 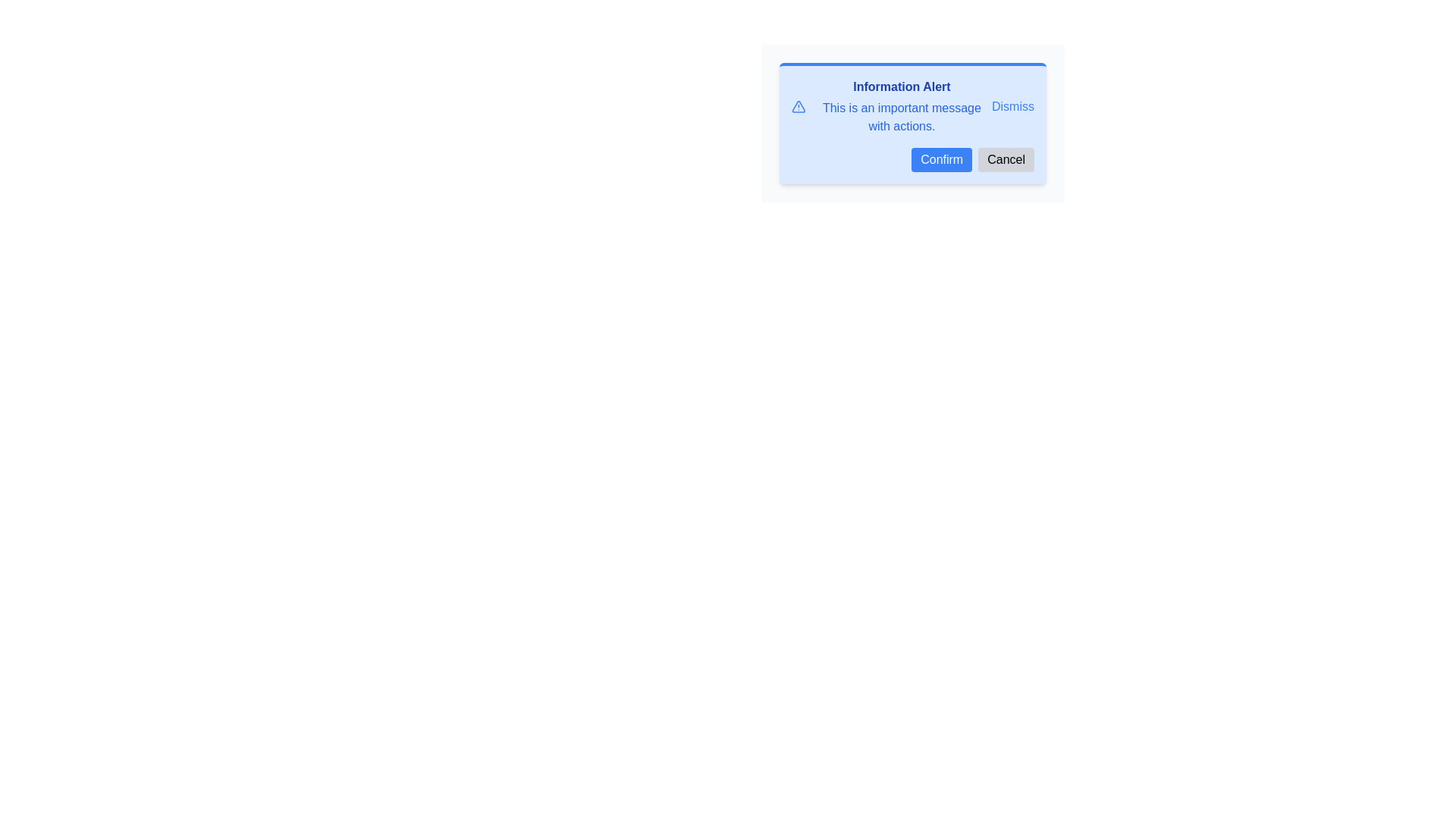 I want to click on the text label reading 'Information Alert' which is styled in blue color and bold font, located at the top center of a light blue dialog box, so click(x=902, y=87).